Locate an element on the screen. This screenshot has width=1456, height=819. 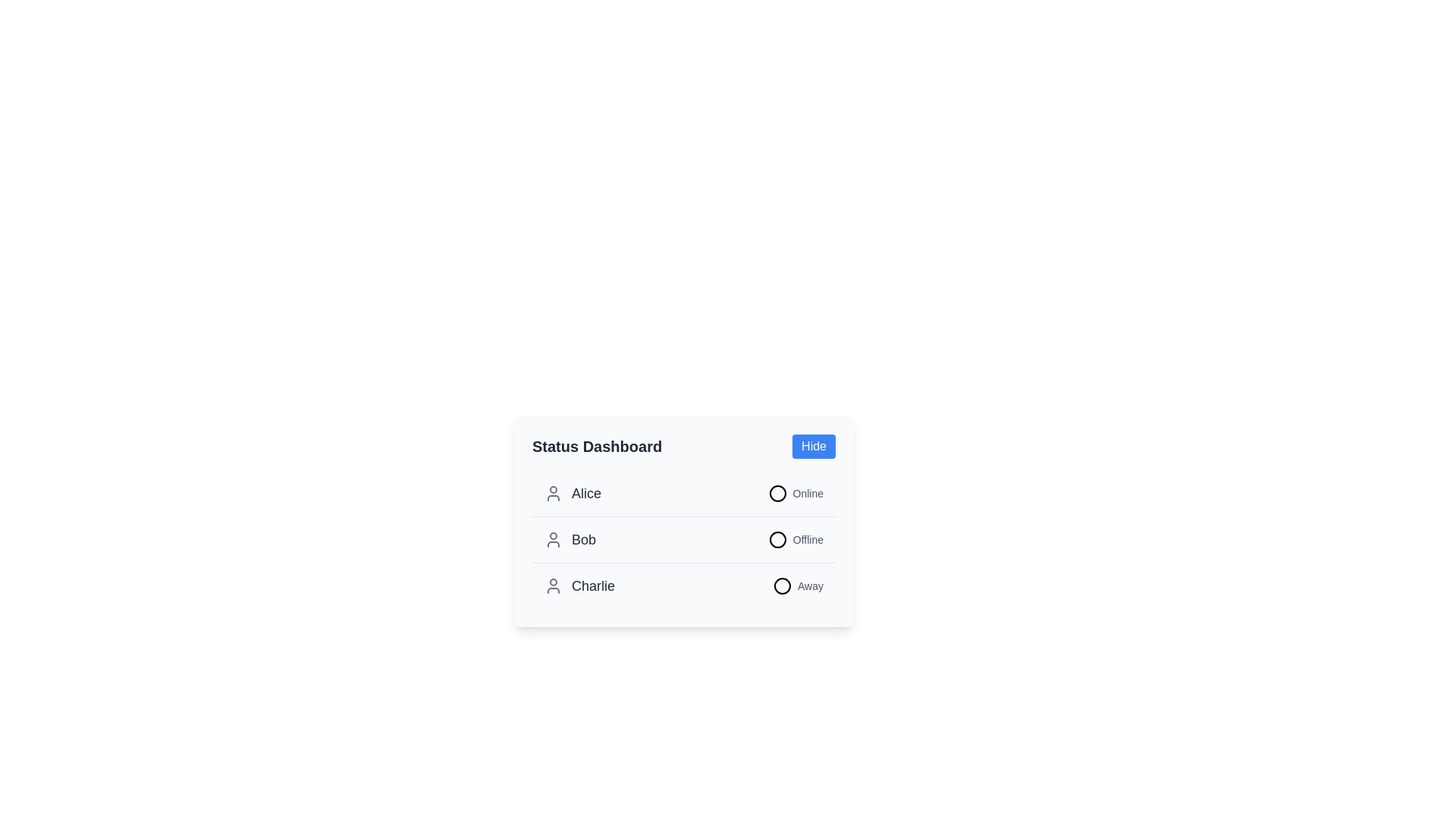
the List Item displaying 'Bob' with an 'Offline' status is located at coordinates (683, 538).